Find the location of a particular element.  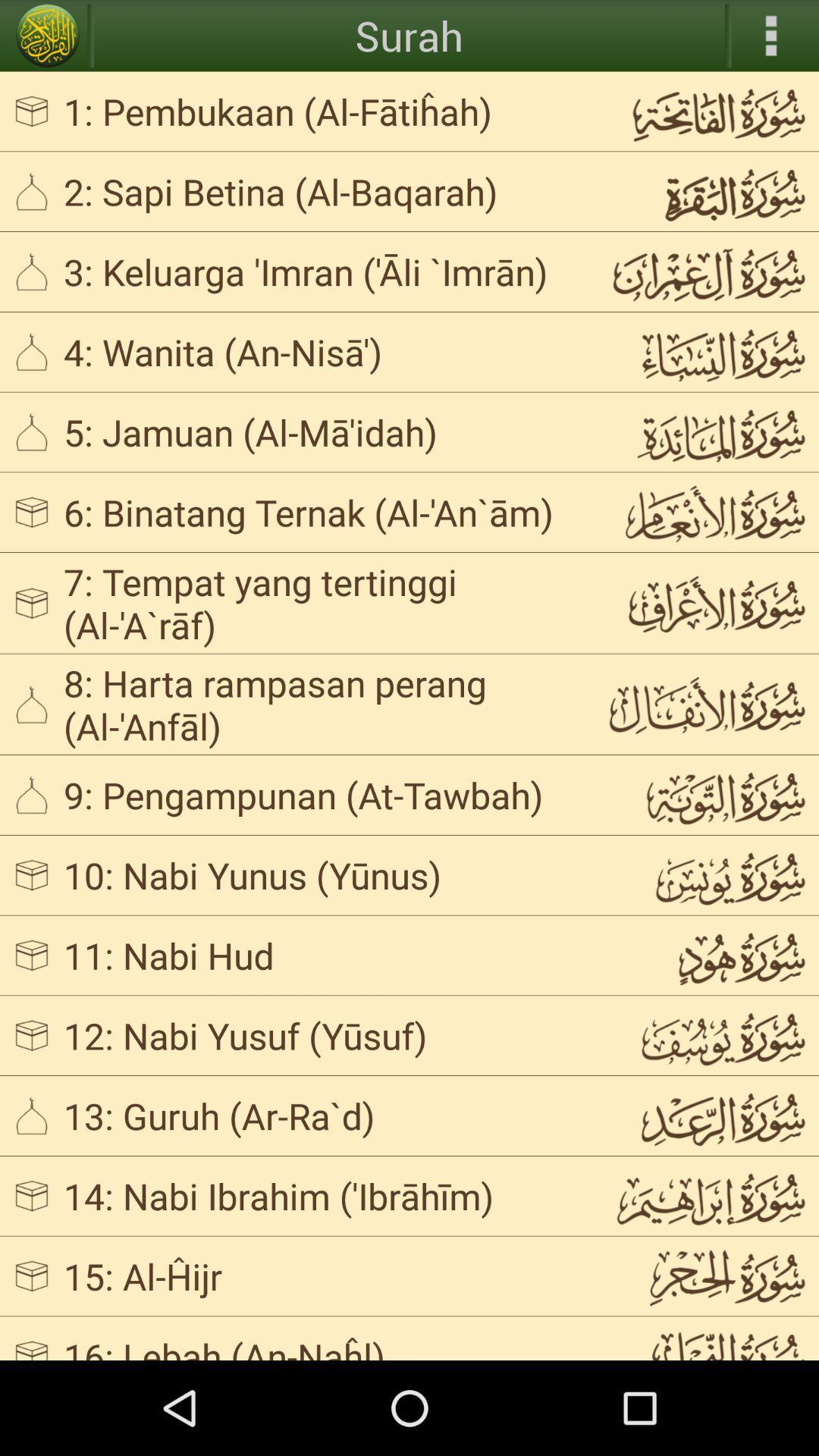

2 sapi betina app is located at coordinates (322, 190).